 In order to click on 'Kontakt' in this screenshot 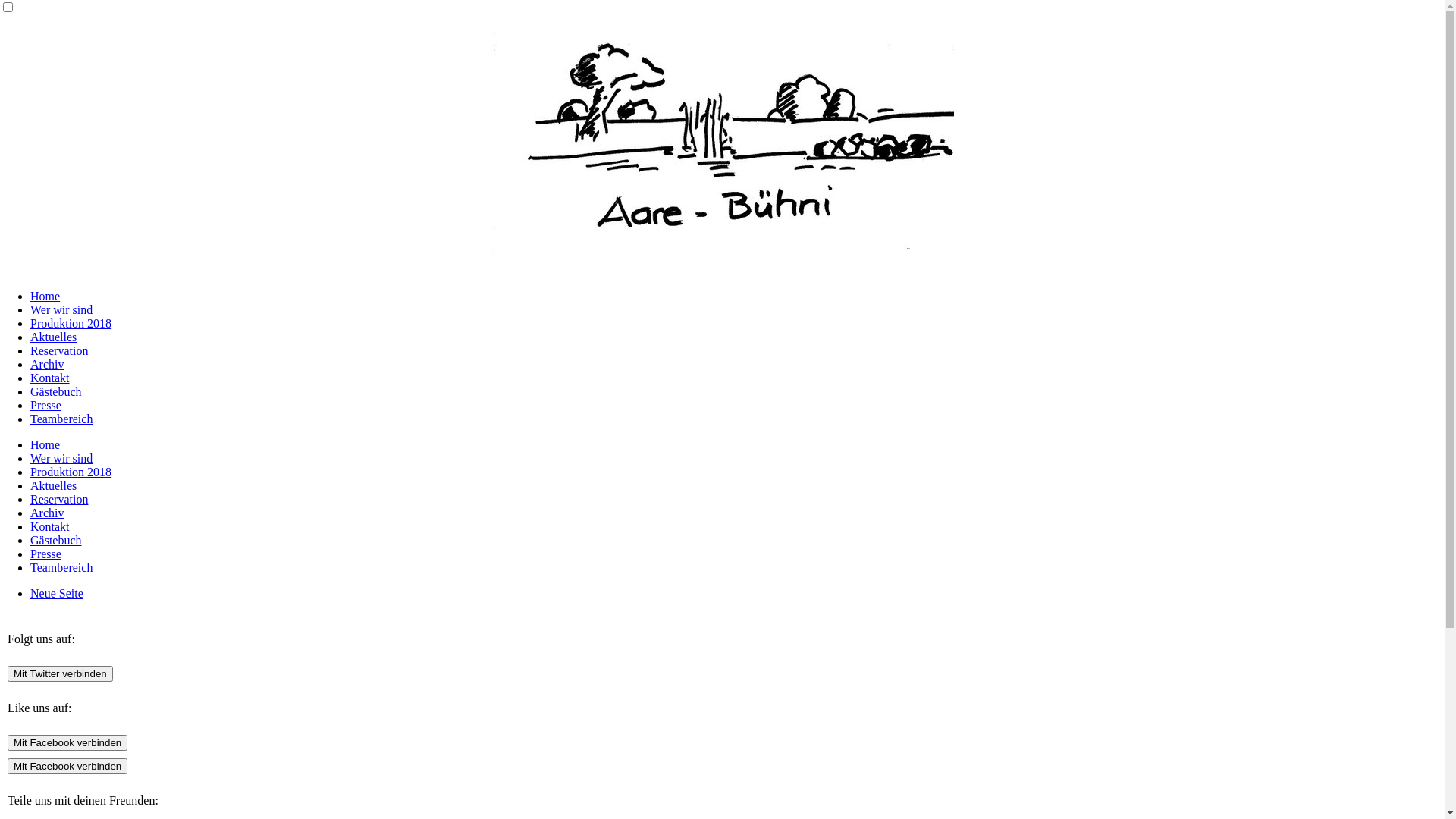, I will do `click(50, 377)`.